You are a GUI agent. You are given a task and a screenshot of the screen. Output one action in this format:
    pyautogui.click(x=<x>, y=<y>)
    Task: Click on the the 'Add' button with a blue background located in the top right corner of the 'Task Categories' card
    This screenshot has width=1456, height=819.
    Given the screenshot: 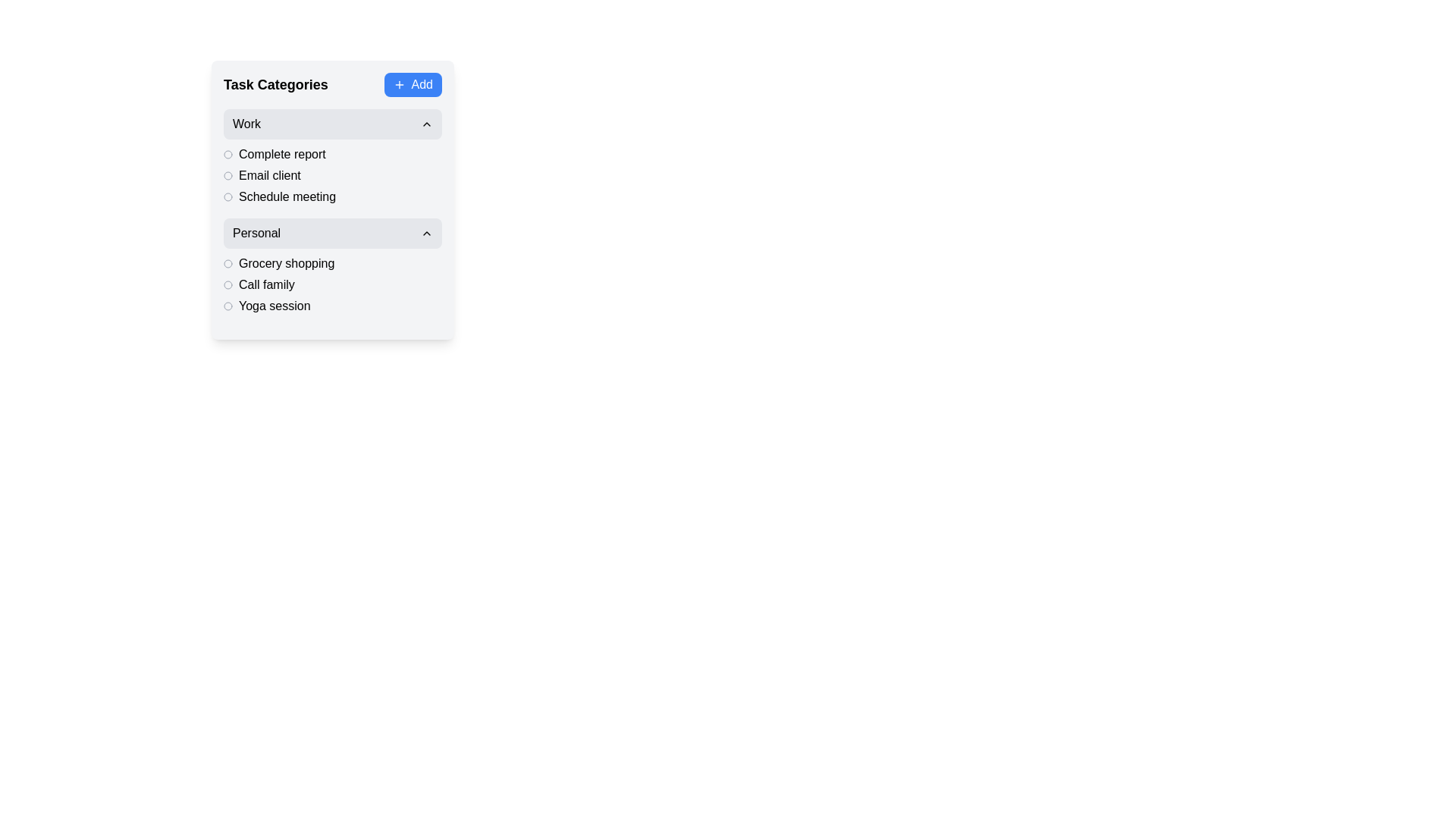 What is the action you would take?
    pyautogui.click(x=422, y=84)
    